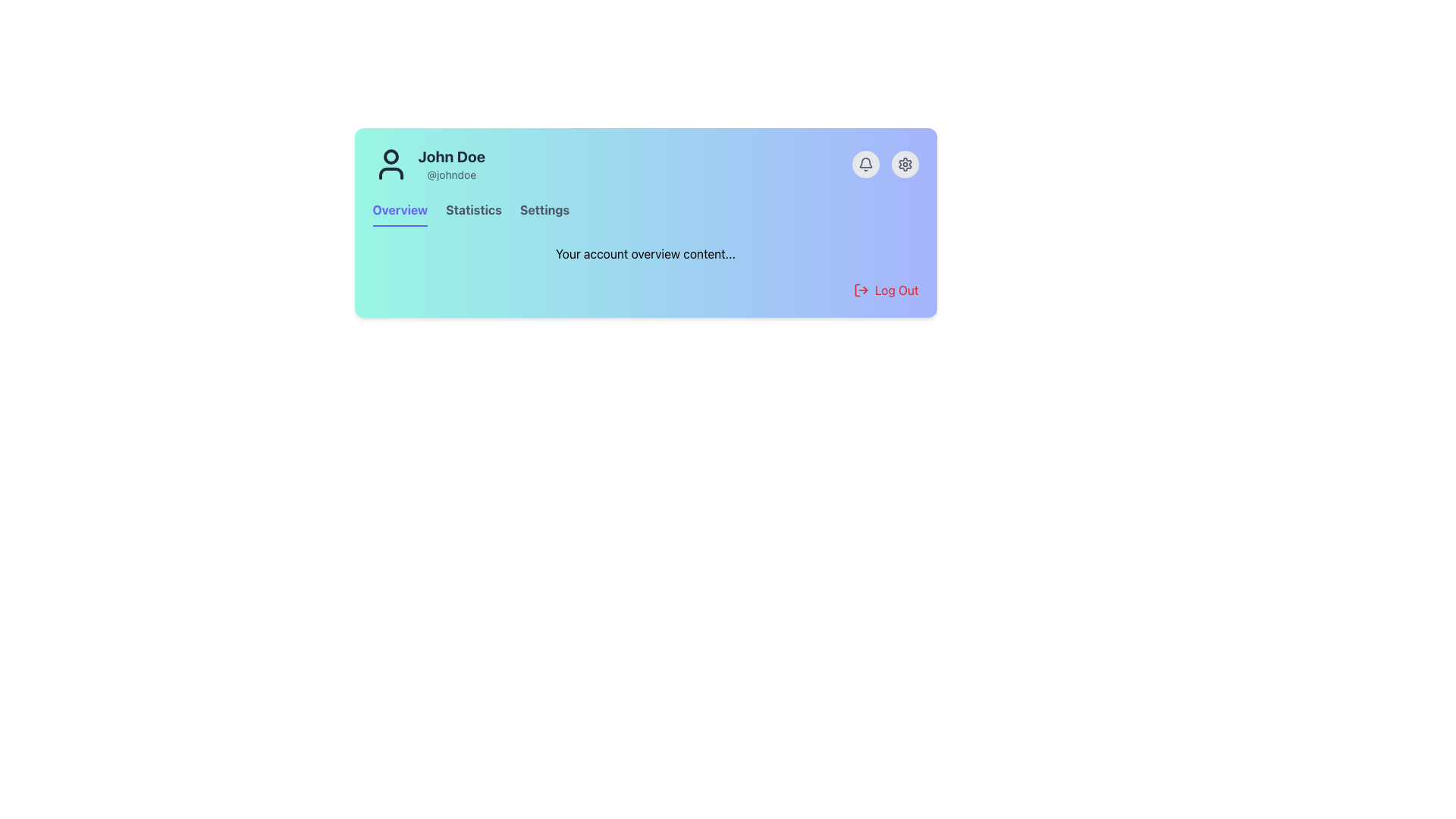  Describe the element at coordinates (865, 162) in the screenshot. I see `the notification icon located in the top-right corner of the interface, which is part of a rounded button containing a bell icon` at that location.